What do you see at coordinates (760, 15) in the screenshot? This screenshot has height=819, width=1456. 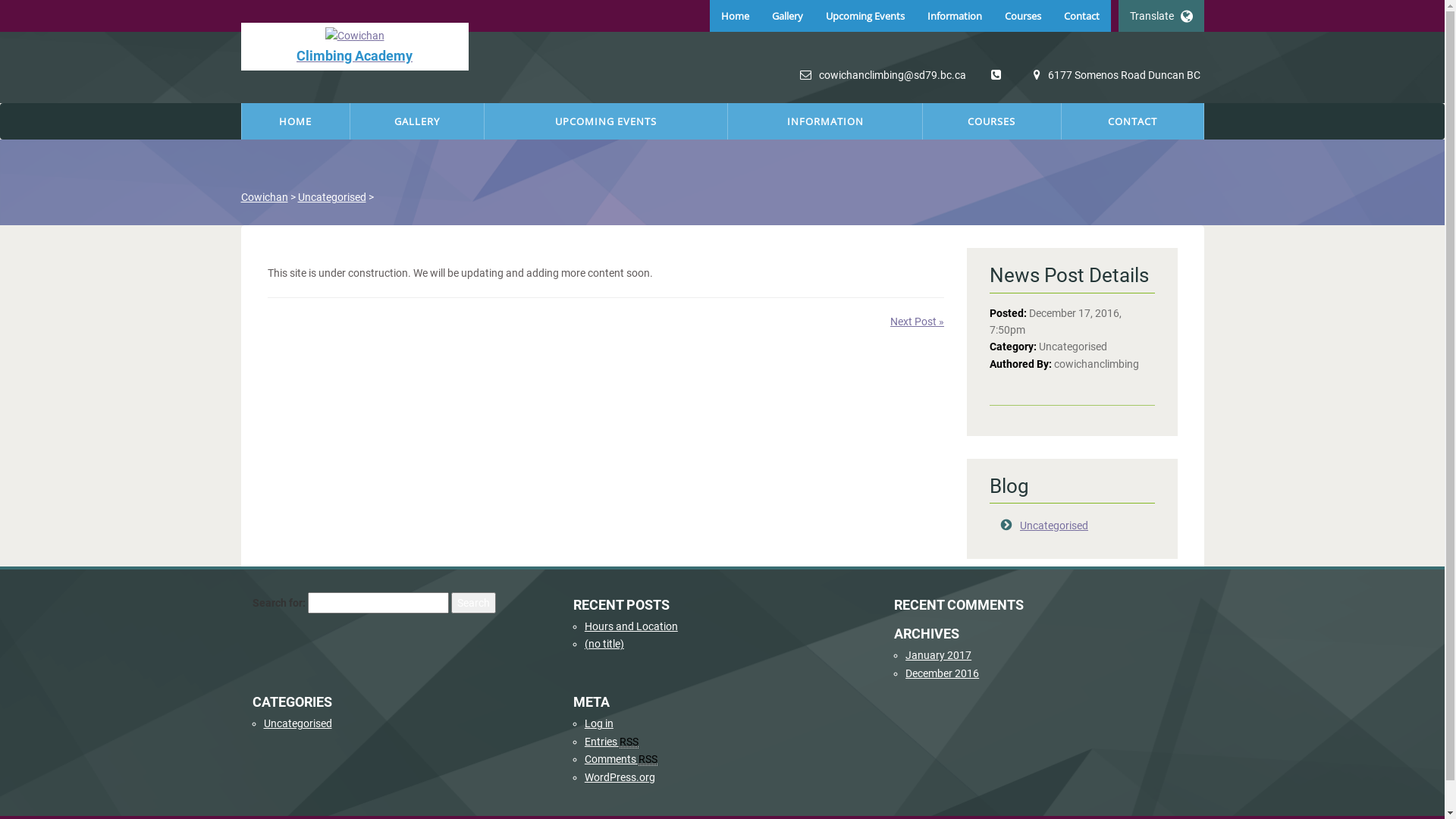 I see `'Gallery'` at bounding box center [760, 15].